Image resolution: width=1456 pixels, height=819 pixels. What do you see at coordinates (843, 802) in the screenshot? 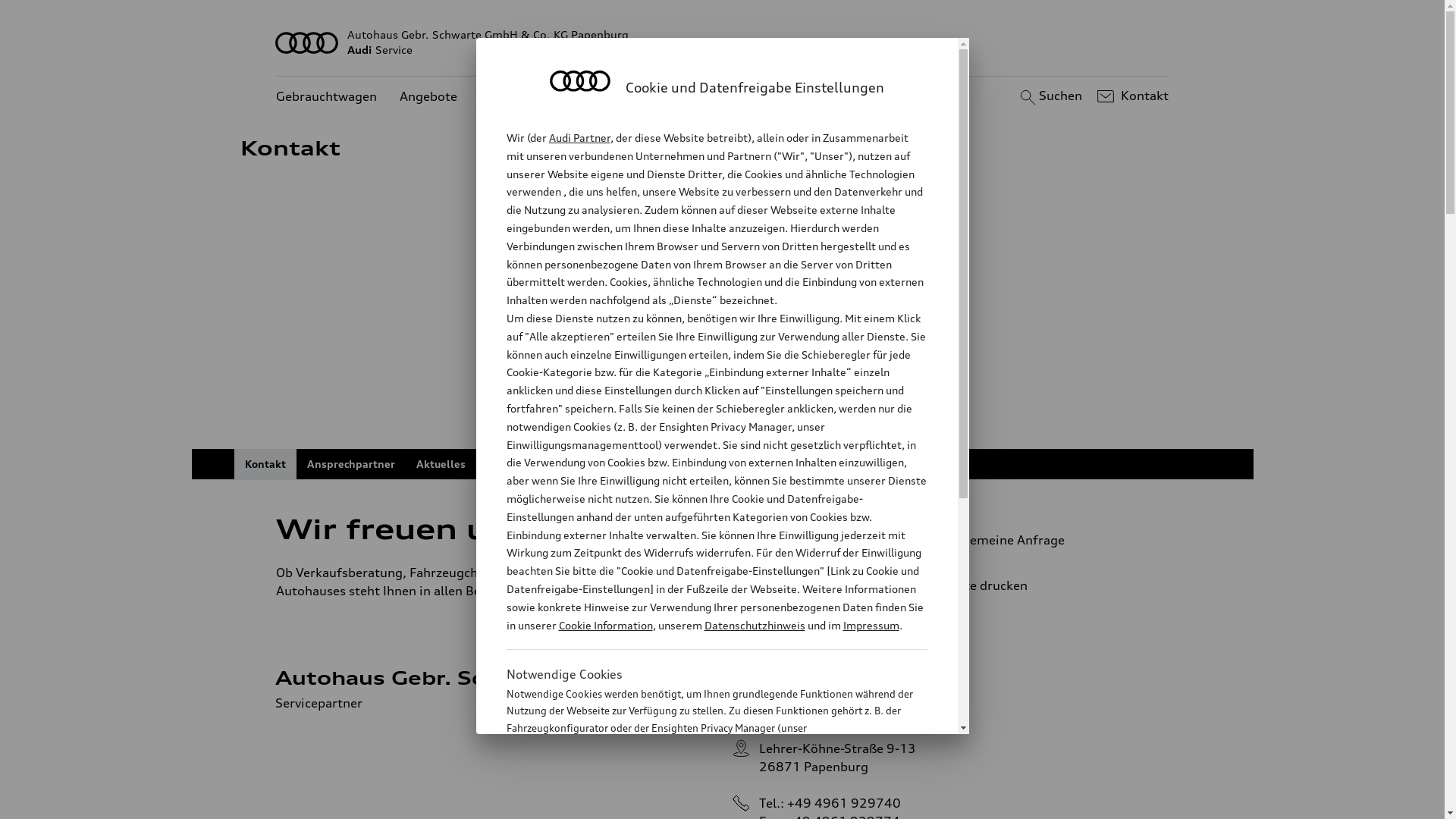
I see `'+49 4961 929740'` at bounding box center [843, 802].